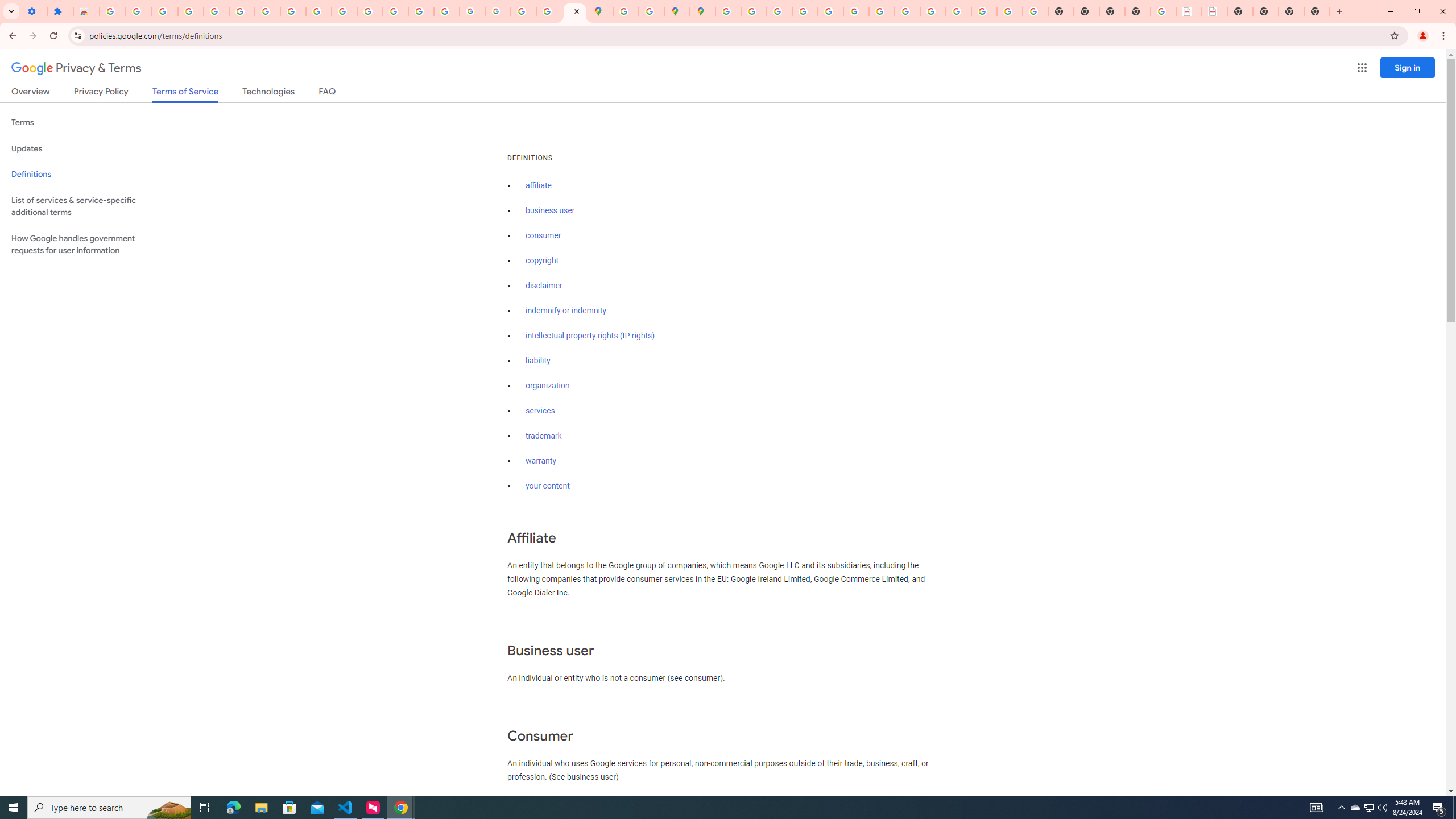 The image size is (1456, 819). Describe the element at coordinates (1189, 11) in the screenshot. I see `'LAAD Defence & Security 2025 | BAE Systems'` at that location.